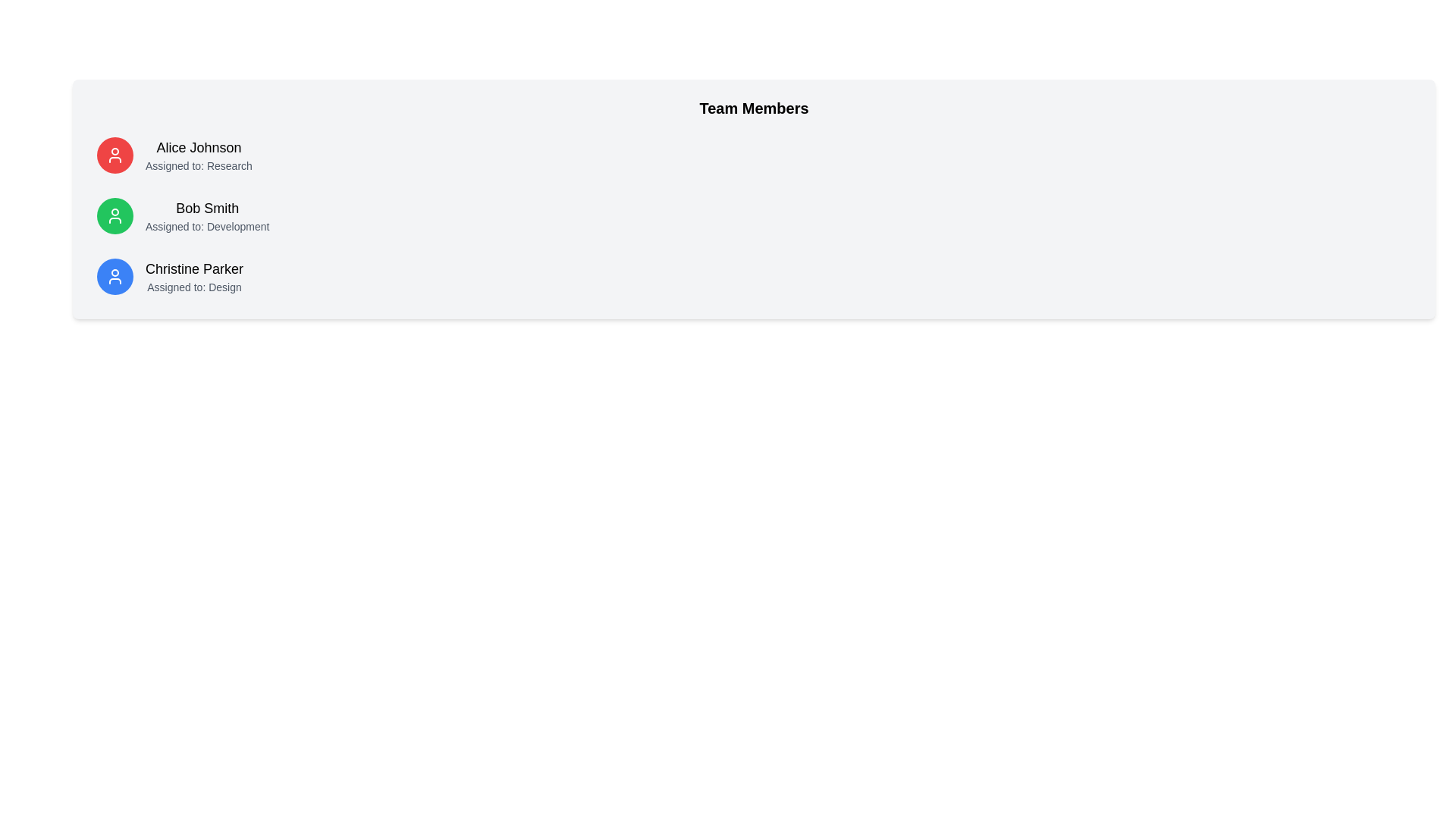 The image size is (1456, 819). What do you see at coordinates (206, 227) in the screenshot?
I see `the text label that displays 'Assigned to: Development', which is styled with a smaller font size and light gray color, located directly below 'Bob Smith' in the 'Team Members' list` at bounding box center [206, 227].